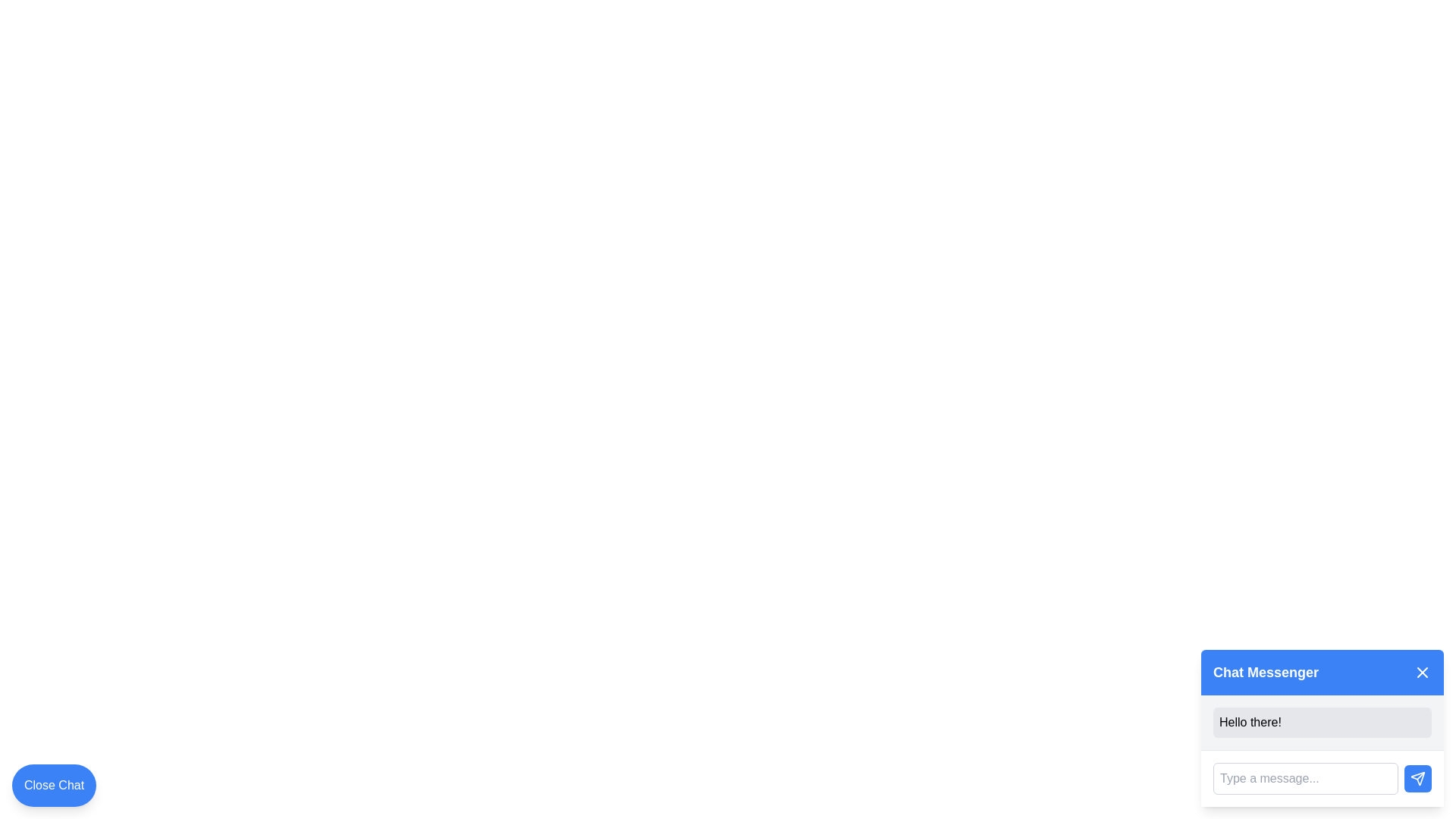 This screenshot has width=1456, height=819. Describe the element at coordinates (54, 785) in the screenshot. I see `the rounded blue 'Close Chat' button located at the bottom-left corner of the application interface` at that location.